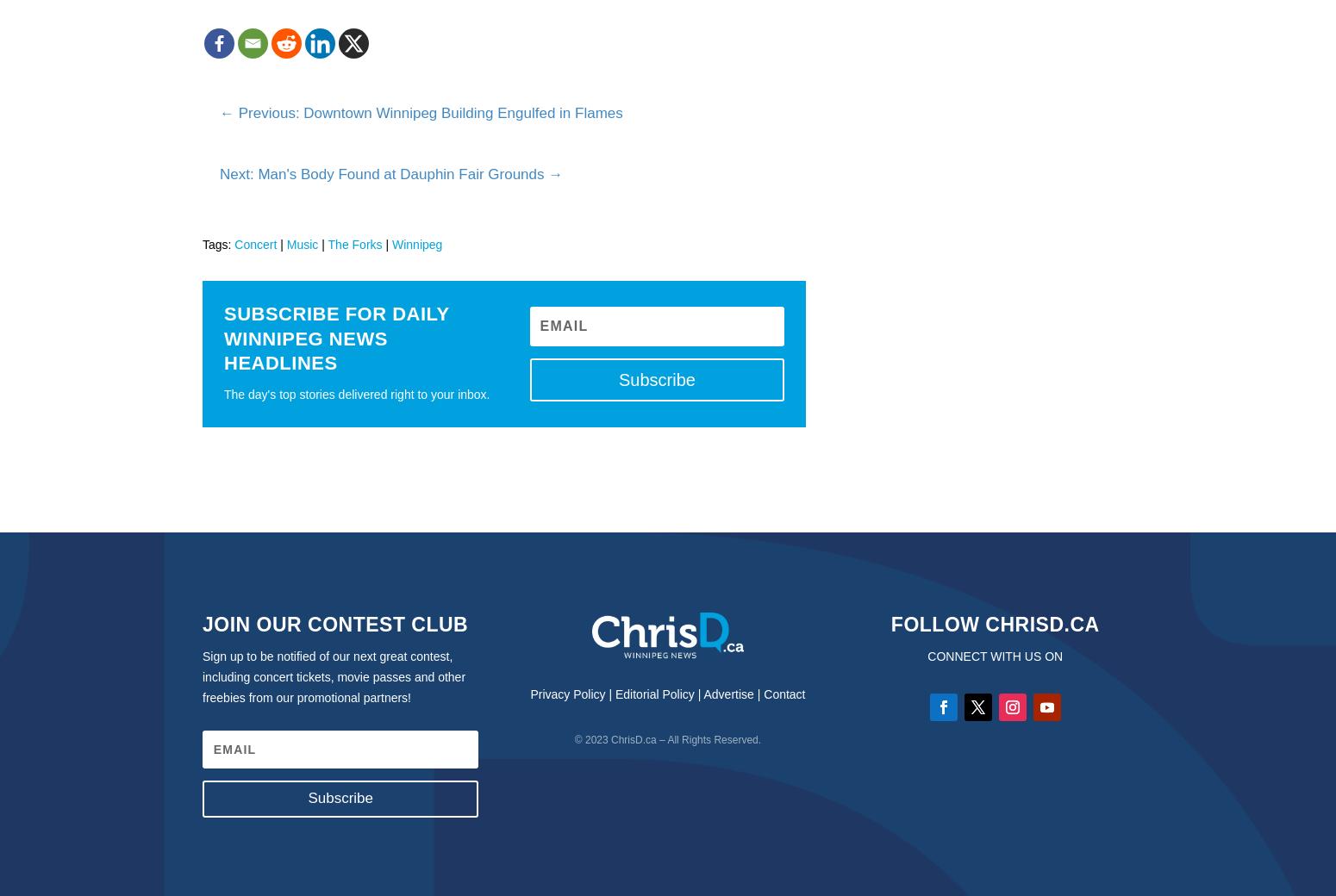 This screenshot has width=1336, height=896. Describe the element at coordinates (428, 110) in the screenshot. I see `'Previous: Downtown Winnipeg Building Engulfed in Flames'` at that location.